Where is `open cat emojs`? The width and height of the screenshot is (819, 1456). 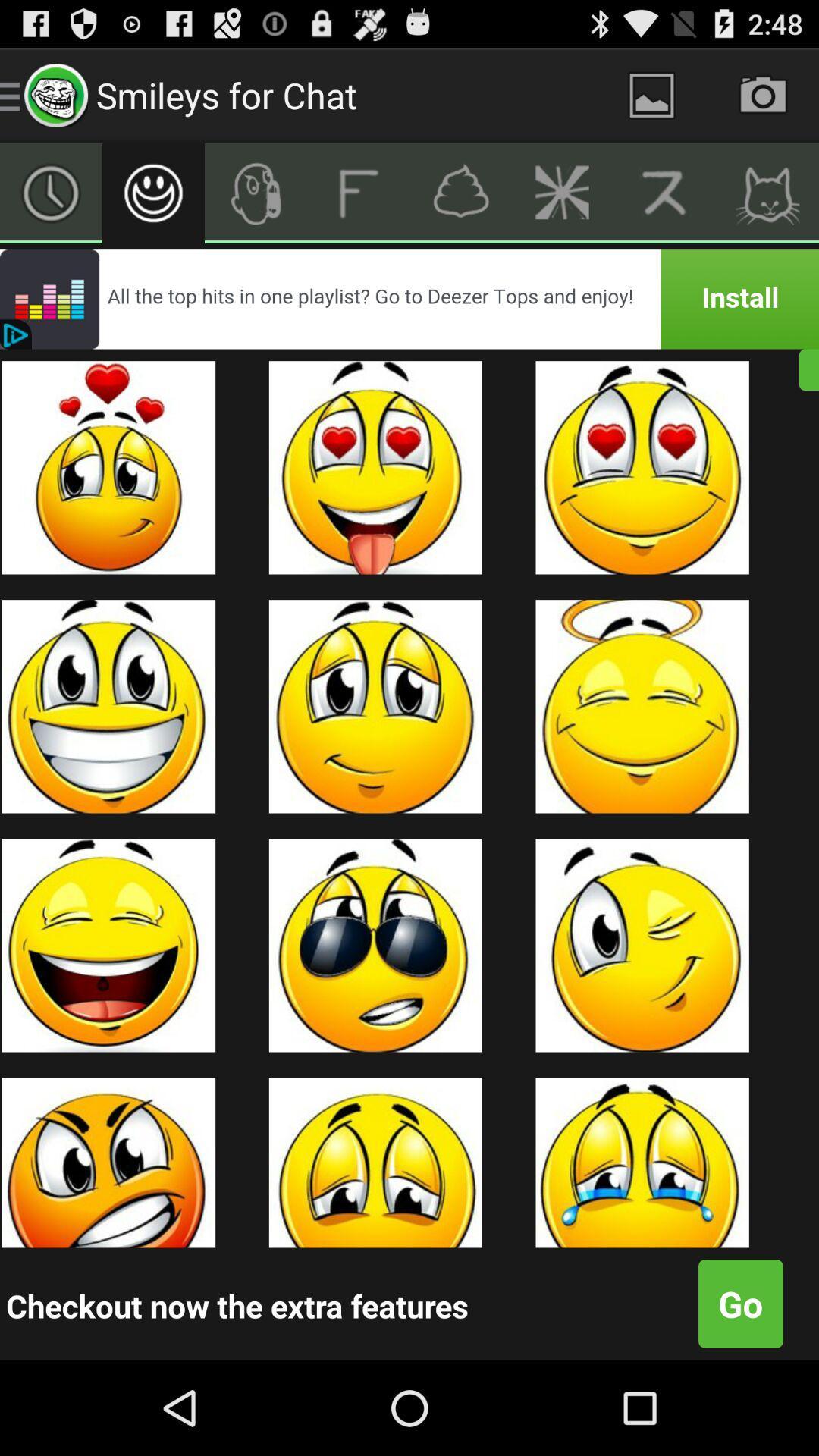
open cat emojs is located at coordinates (767, 192).